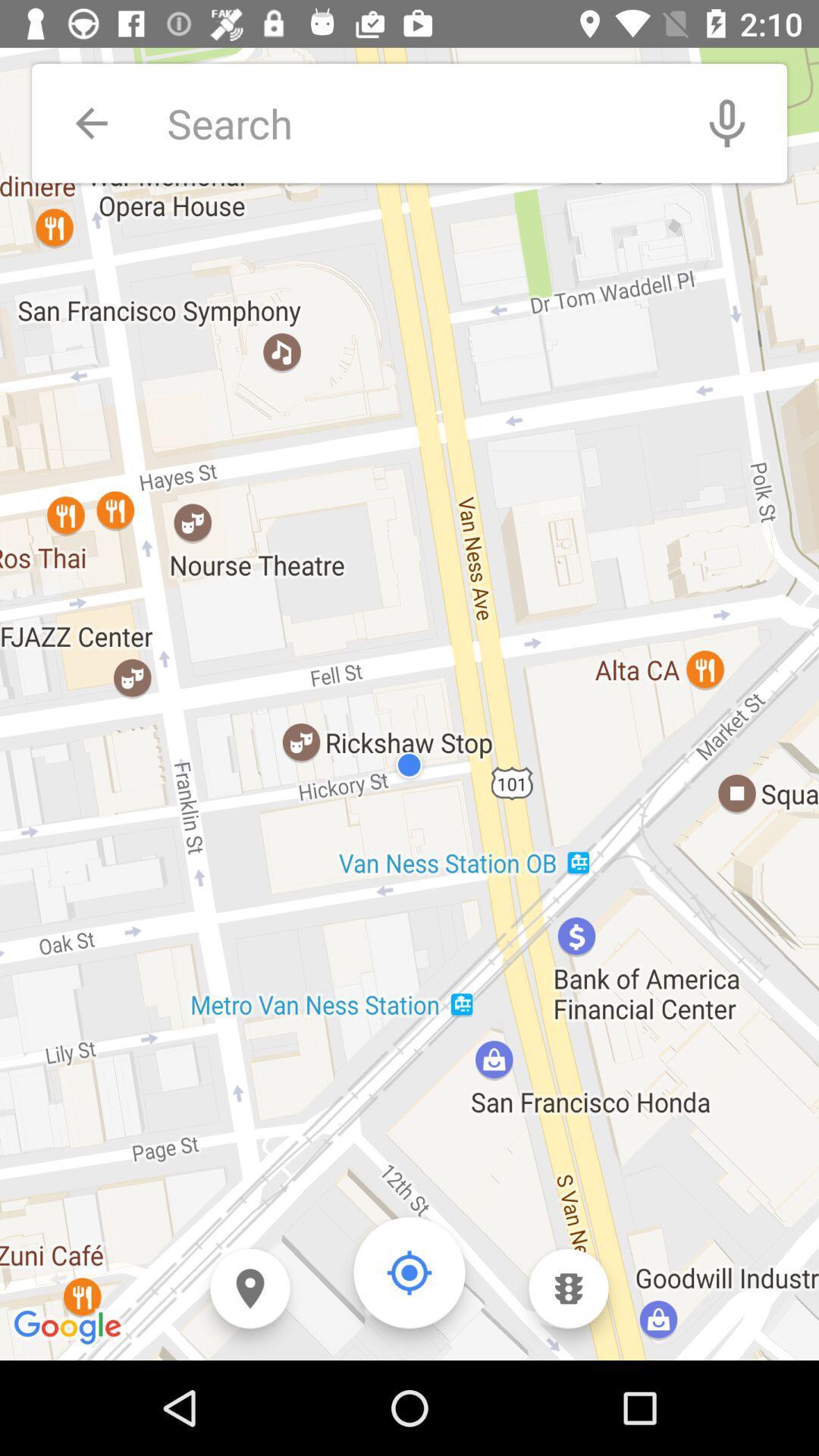 This screenshot has height=1456, width=819. I want to click on activate microphone to search, so click(726, 123).